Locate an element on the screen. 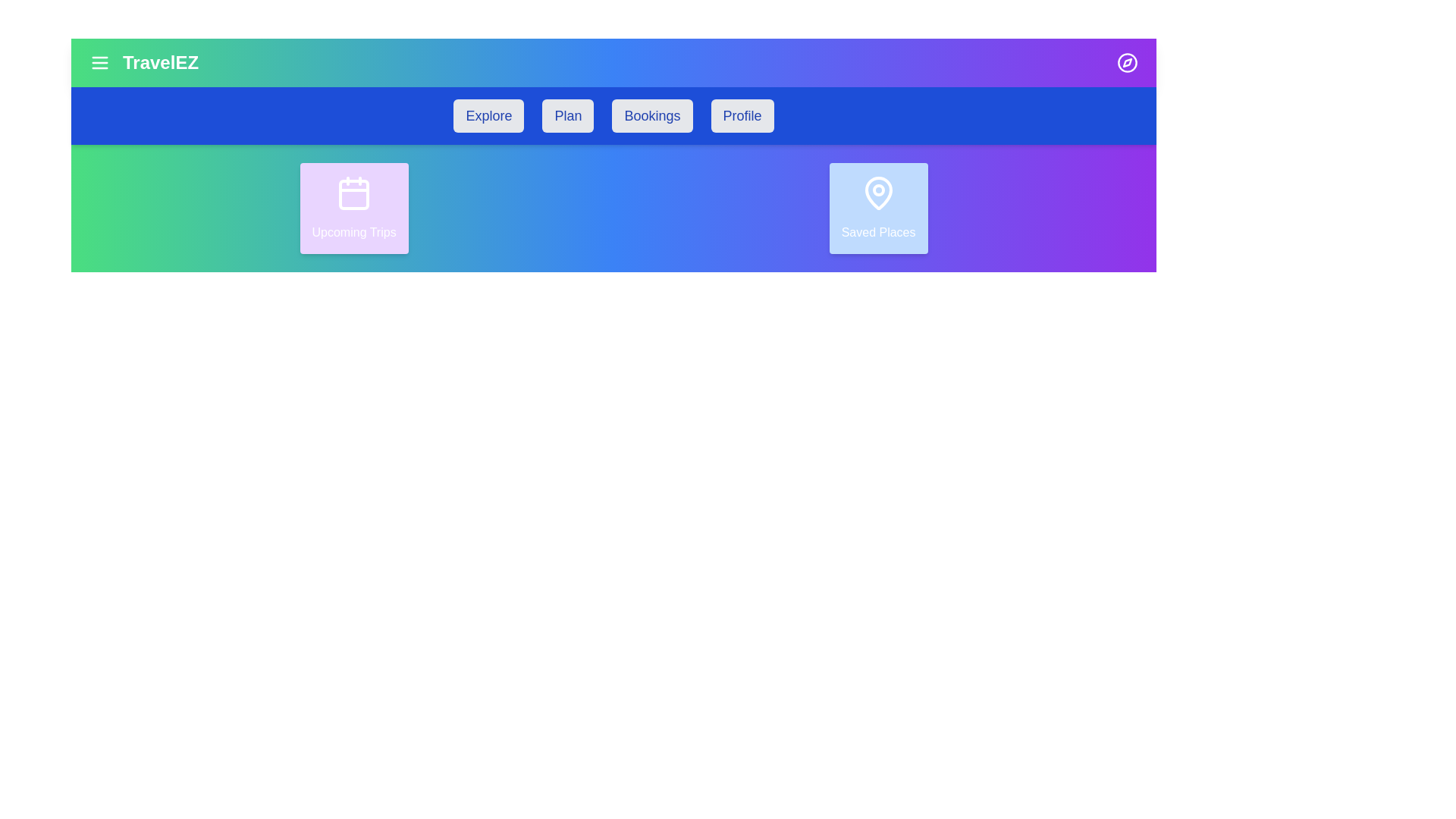 The height and width of the screenshot is (819, 1456). the menu item labeled Bookings to navigate to the corresponding section is located at coordinates (652, 115).